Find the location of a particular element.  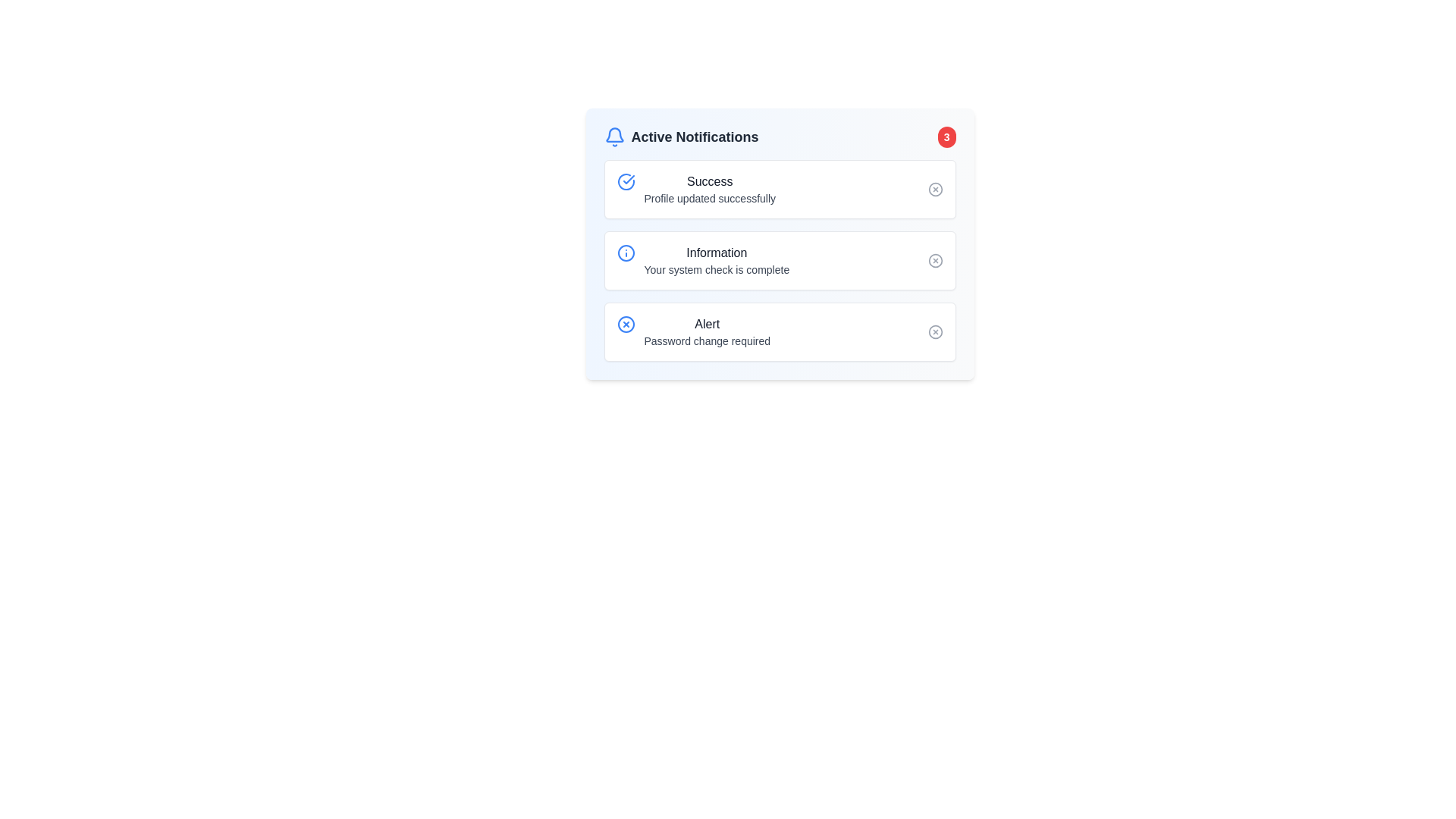

the icon within the second notification card that displays information stating the system check is complete is located at coordinates (780, 259).